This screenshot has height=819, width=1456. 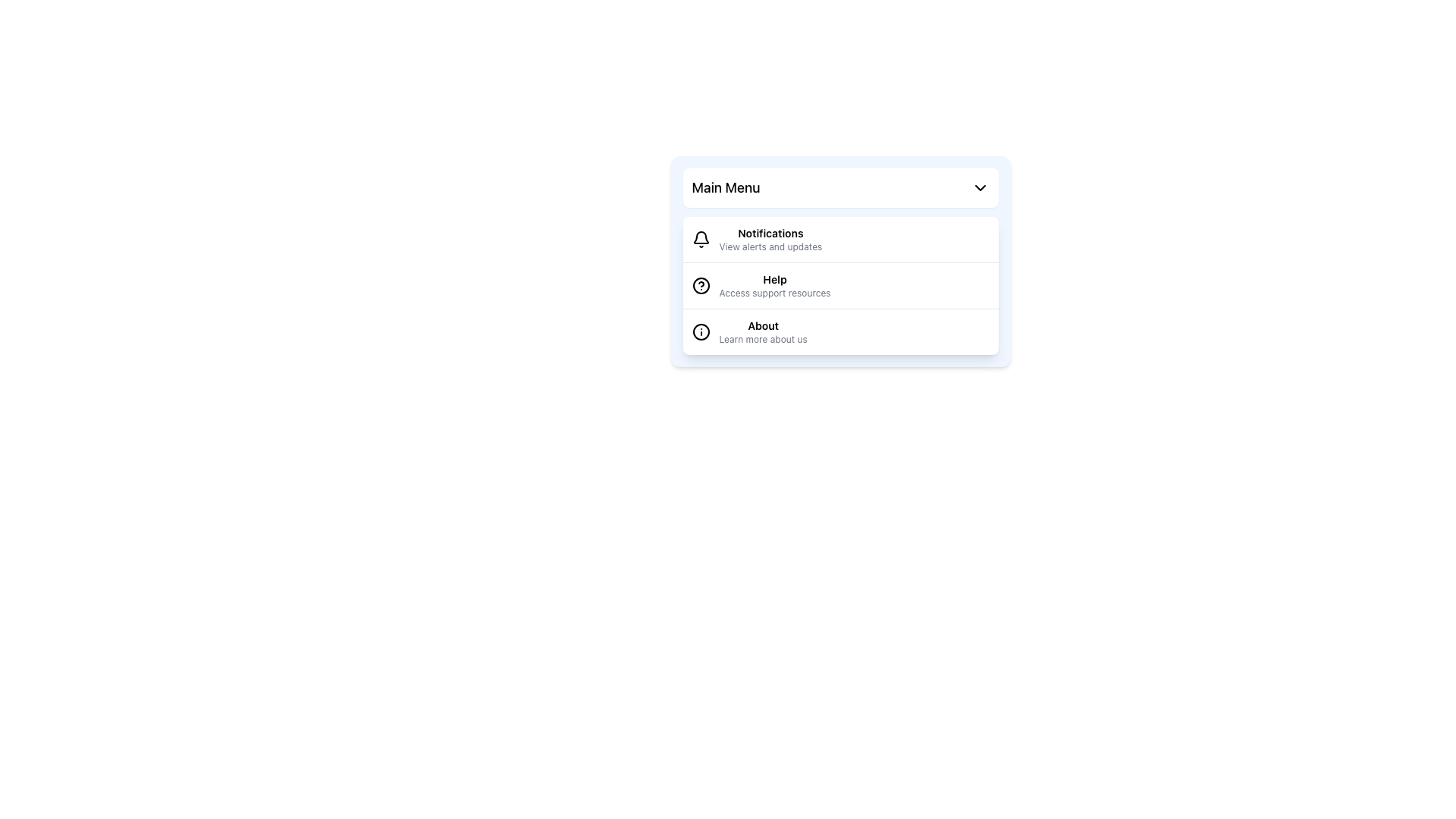 I want to click on the circular outline icon with a question mark, positioned to the left of the 'Help' text, so click(x=700, y=286).